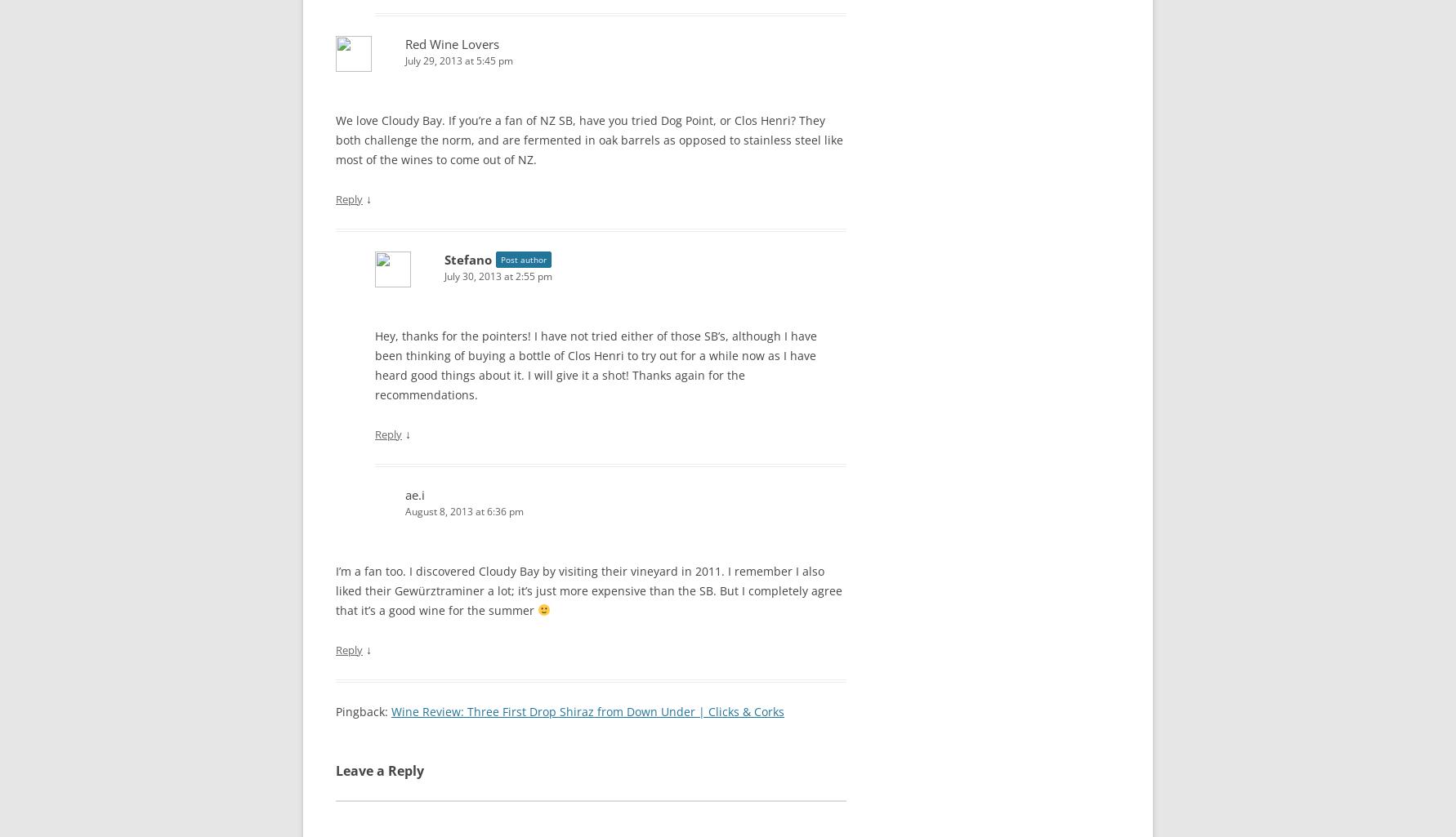 The image size is (1456, 837). What do you see at coordinates (444, 275) in the screenshot?
I see `'July 30, 2013 at 2:55 pm'` at bounding box center [444, 275].